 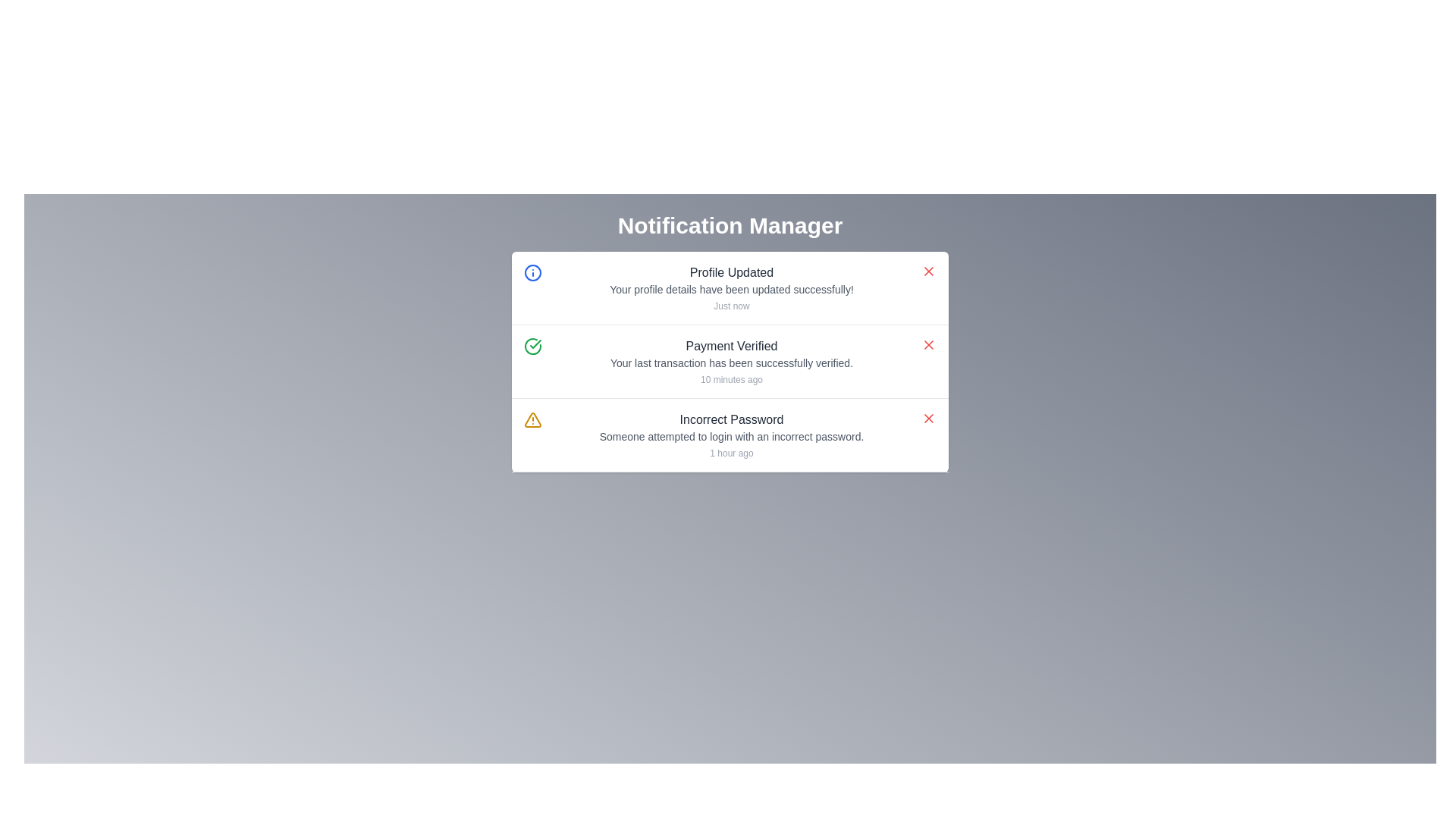 I want to click on the title text of the 'Payment Verified' notification, so click(x=731, y=346).